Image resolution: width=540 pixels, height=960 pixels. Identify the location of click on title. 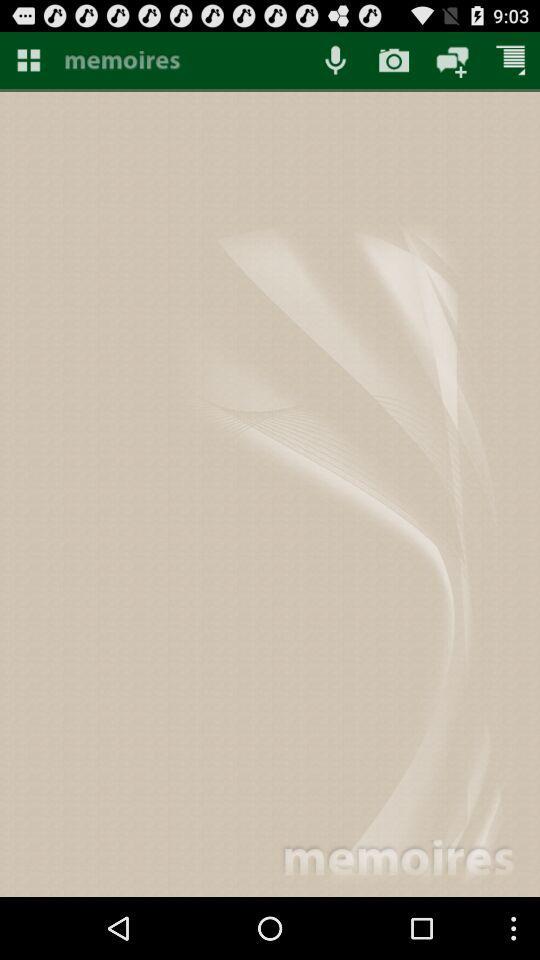
(182, 61).